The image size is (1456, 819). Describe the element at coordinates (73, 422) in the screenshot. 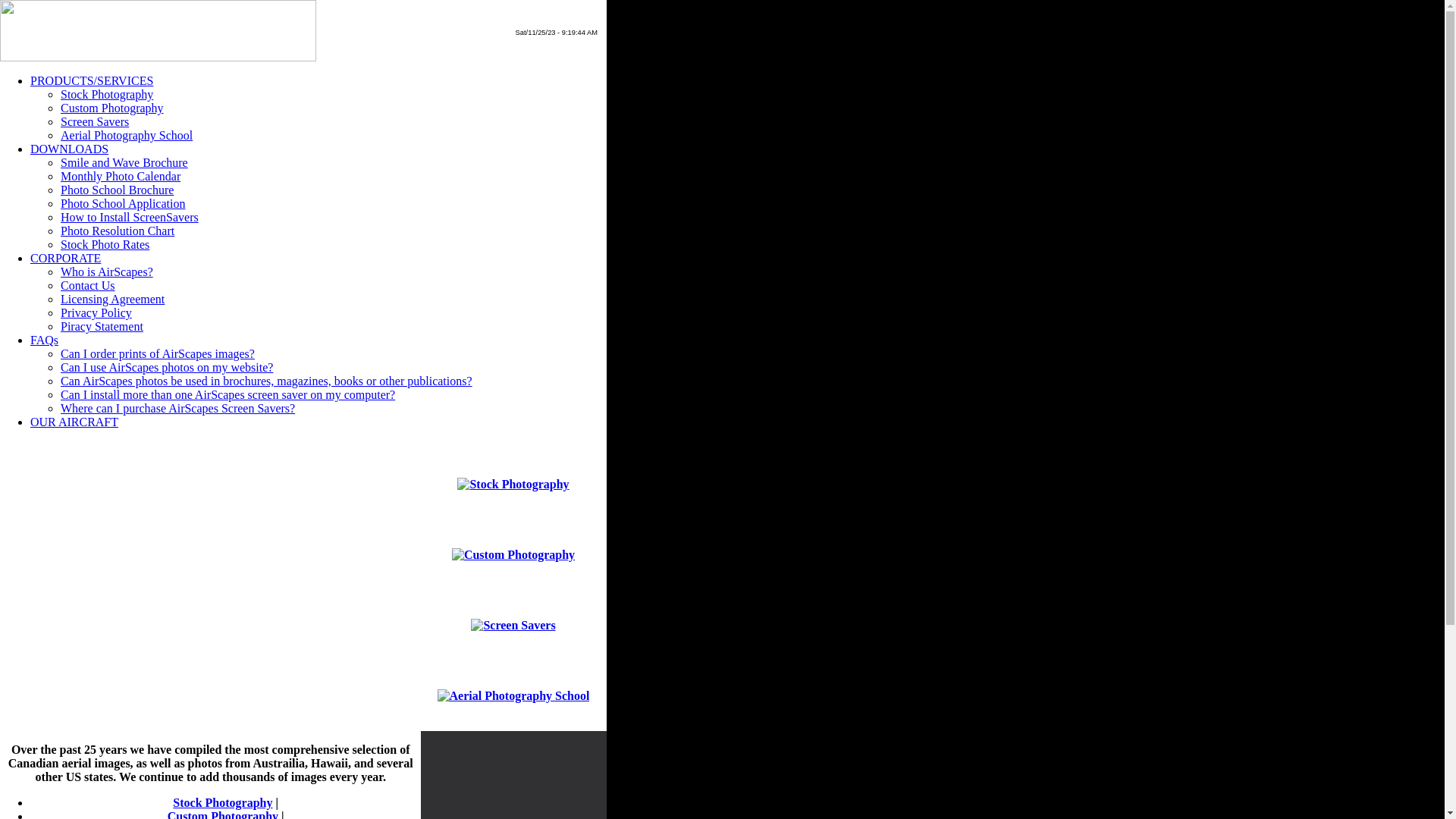

I see `'OUR AIRCRAFT'` at that location.